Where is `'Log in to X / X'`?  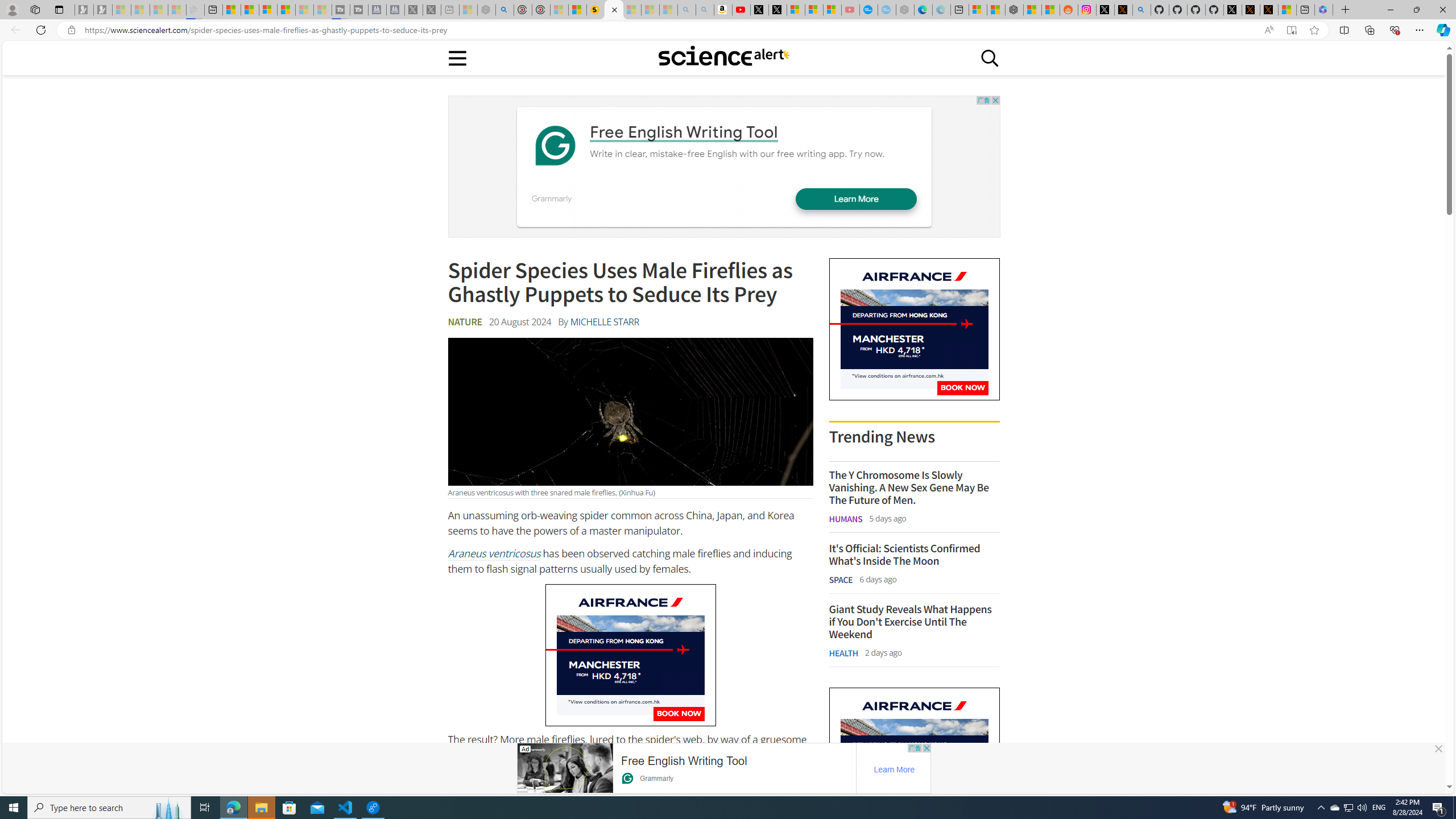
'Log in to X / X' is located at coordinates (1106, 9).